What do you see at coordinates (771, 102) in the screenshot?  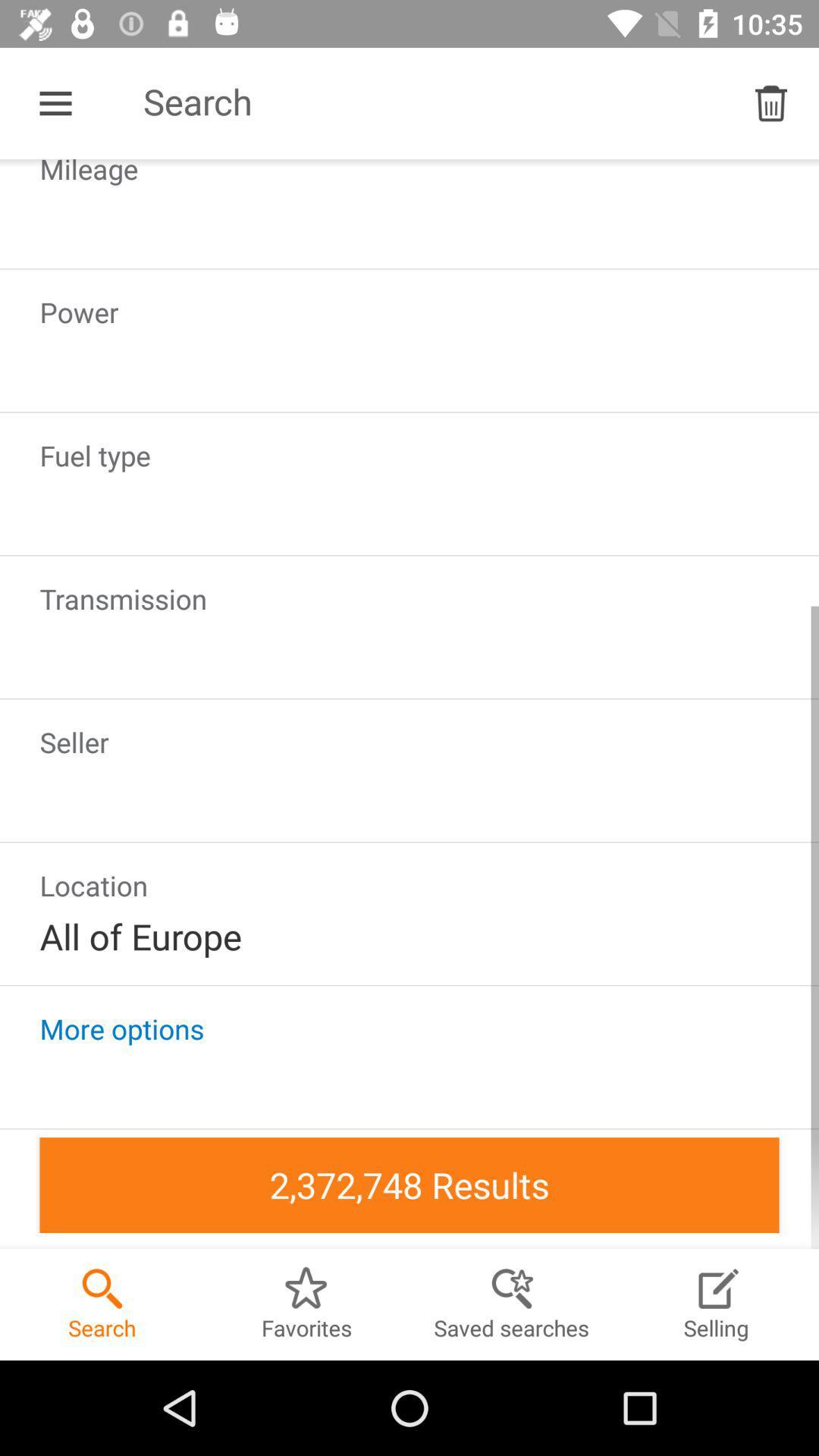 I see `item next to search icon` at bounding box center [771, 102].